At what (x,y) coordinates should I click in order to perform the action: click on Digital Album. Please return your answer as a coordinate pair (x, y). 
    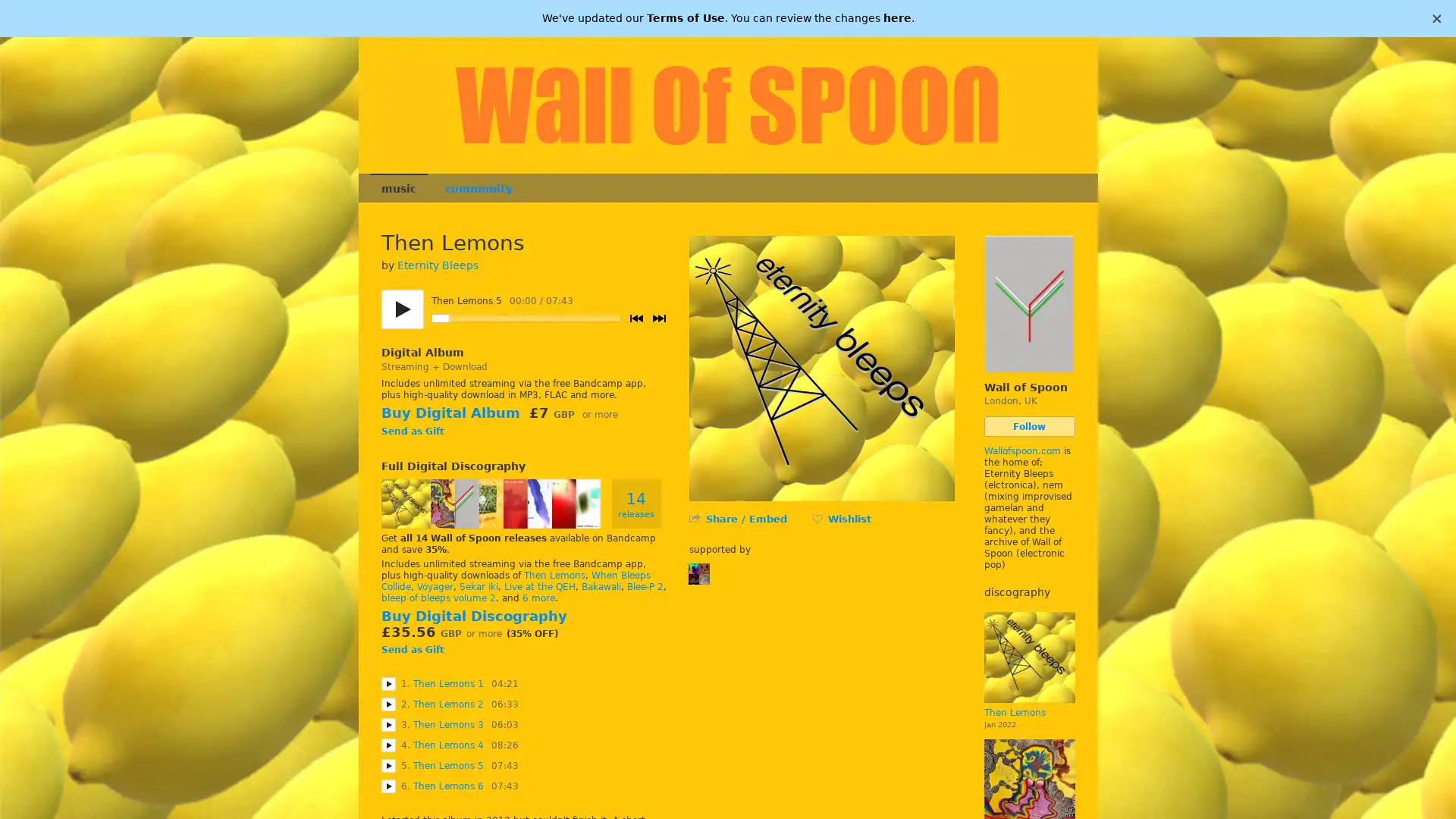
    Looking at the image, I should click on (422, 353).